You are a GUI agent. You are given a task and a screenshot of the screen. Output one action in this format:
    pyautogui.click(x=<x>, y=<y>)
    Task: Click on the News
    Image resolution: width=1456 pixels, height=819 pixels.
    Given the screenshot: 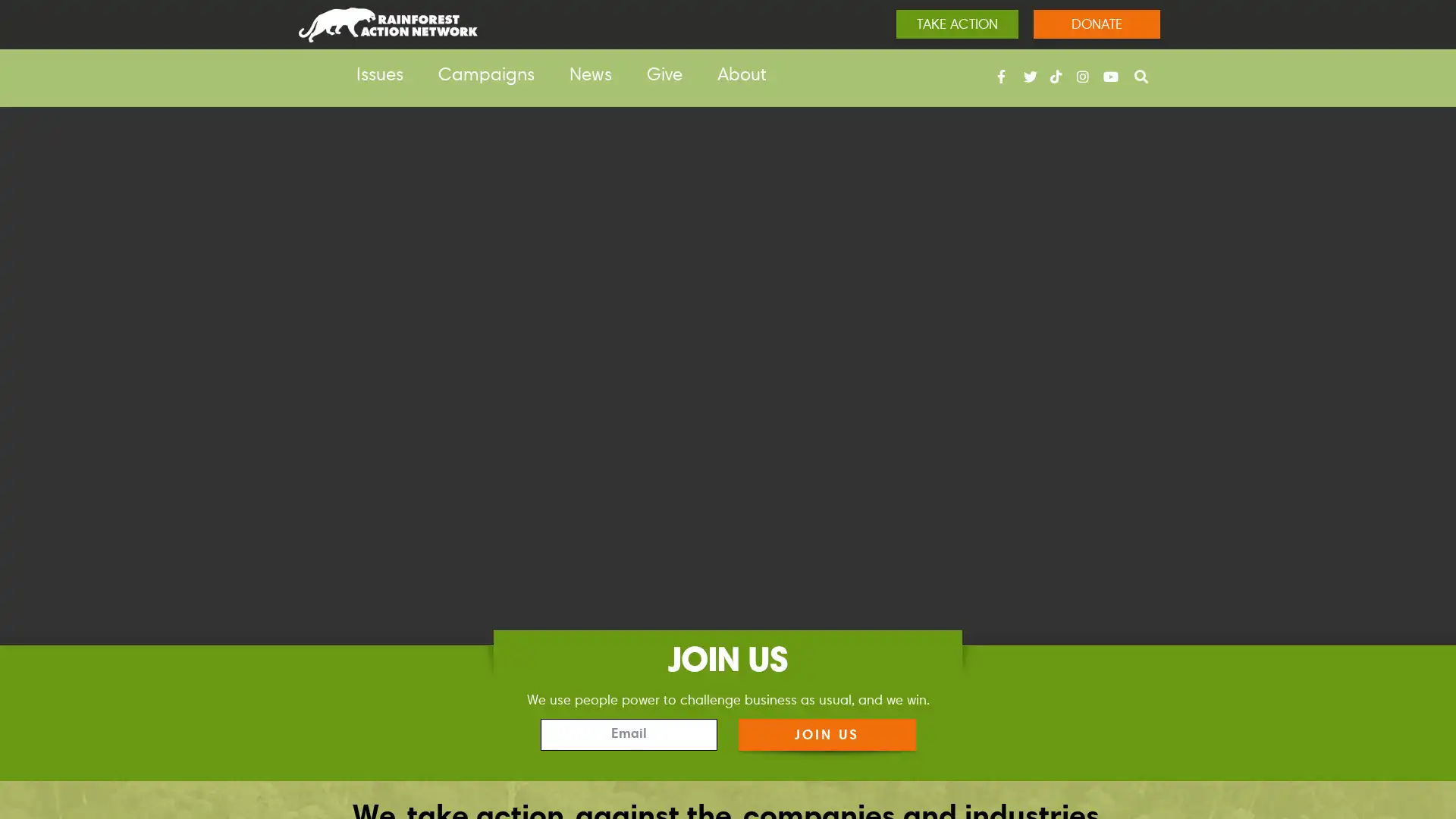 What is the action you would take?
    pyautogui.click(x=589, y=76)
    